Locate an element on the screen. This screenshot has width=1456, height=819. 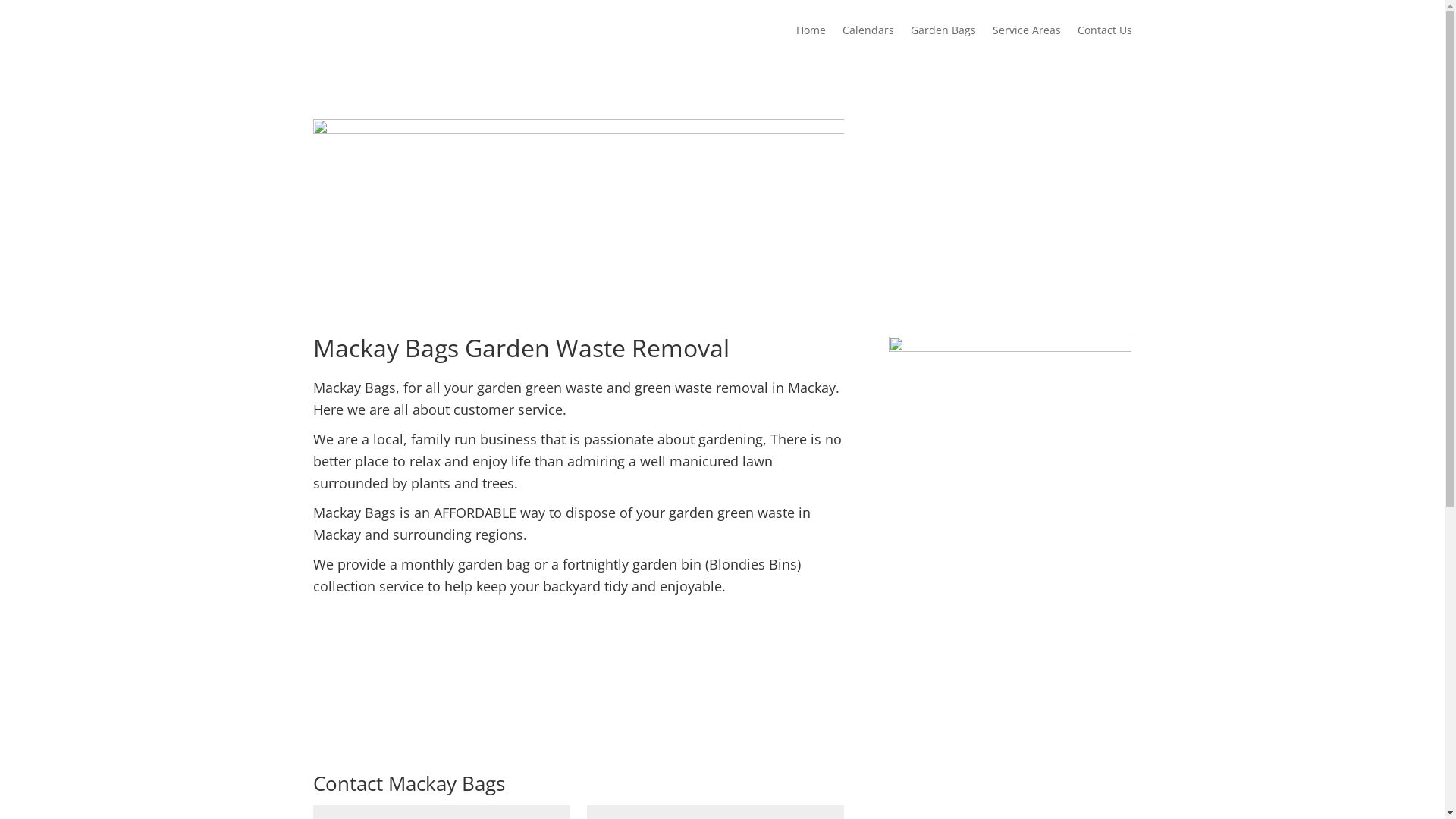
'Contact Us' is located at coordinates (1076, 40).